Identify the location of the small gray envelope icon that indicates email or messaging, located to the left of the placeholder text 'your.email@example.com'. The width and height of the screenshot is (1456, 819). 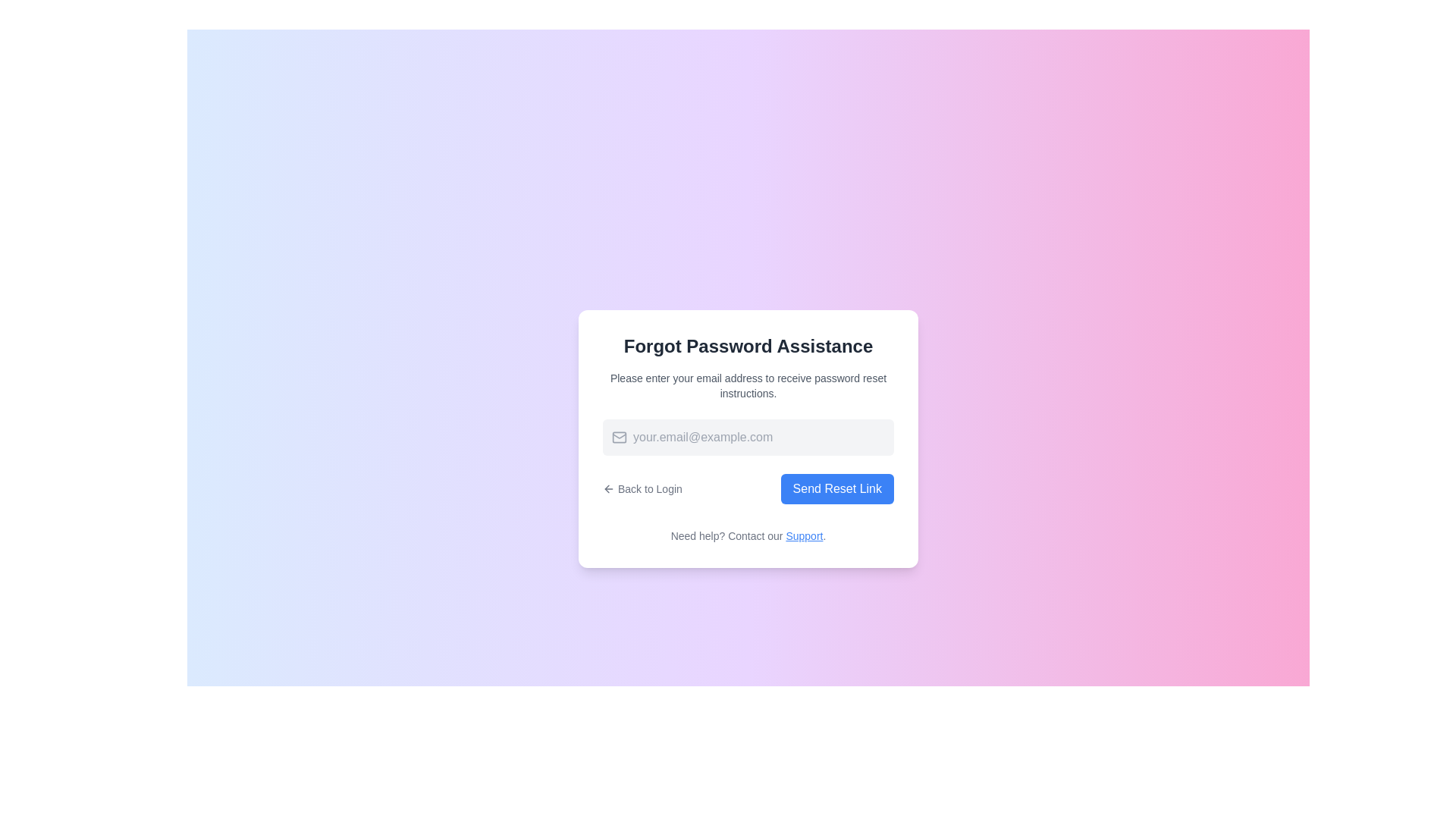
(619, 438).